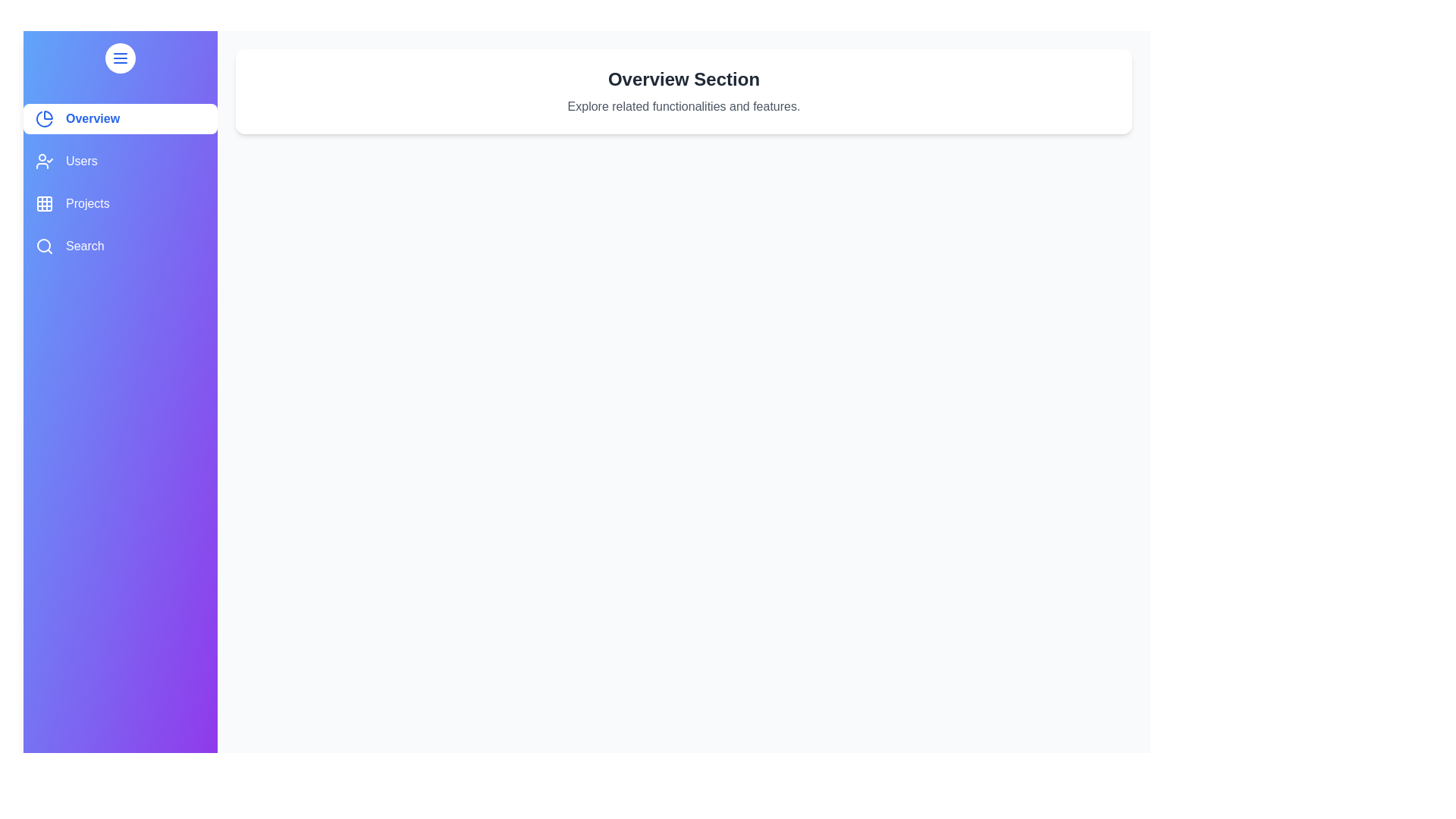  Describe the element at coordinates (119, 58) in the screenshot. I see `menu button to toggle the sidebar visibility` at that location.